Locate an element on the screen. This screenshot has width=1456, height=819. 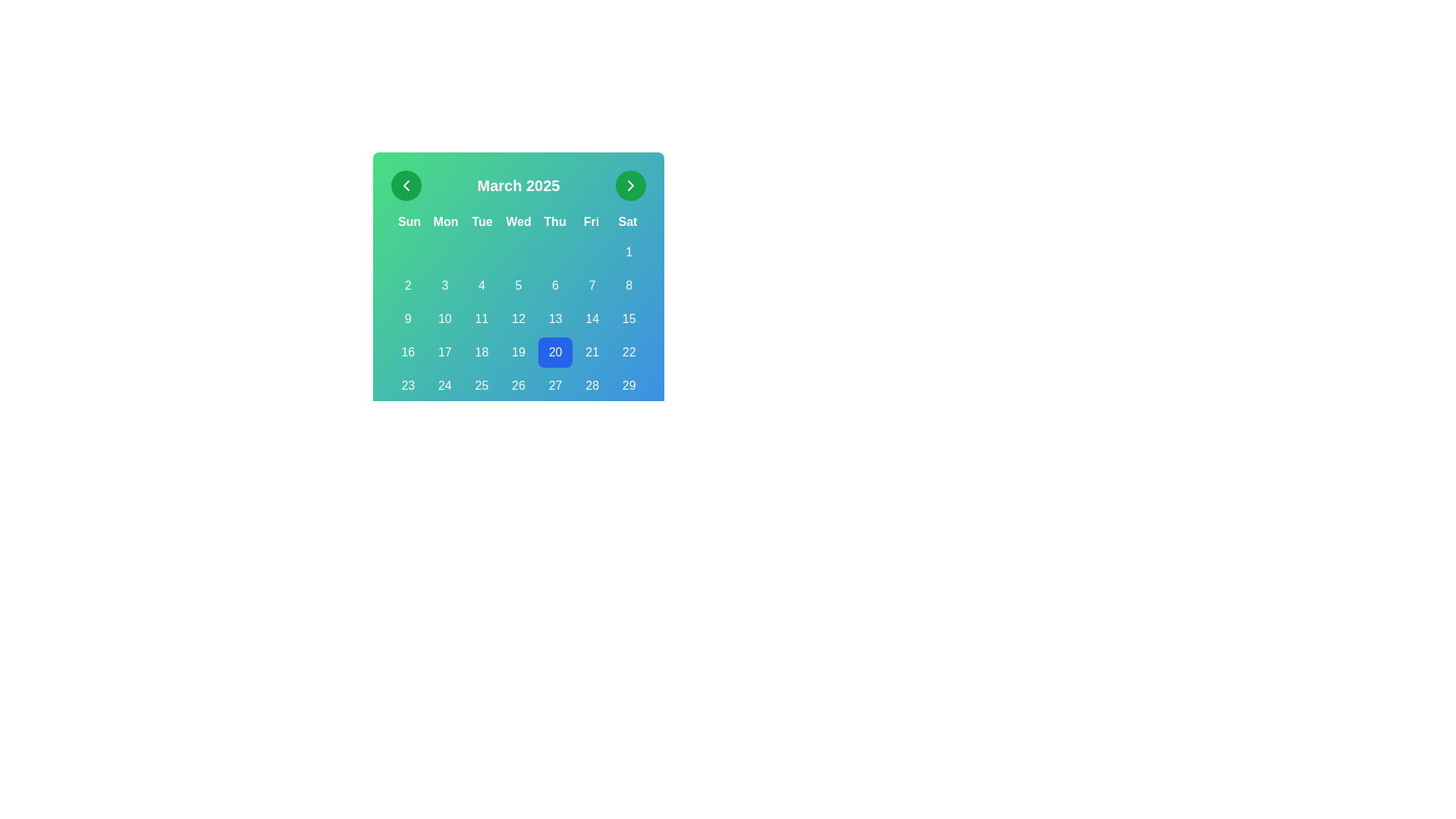
the button labeled '1' which is a small, rounded rectangle located in the top right corner of a grid layout is located at coordinates (629, 251).